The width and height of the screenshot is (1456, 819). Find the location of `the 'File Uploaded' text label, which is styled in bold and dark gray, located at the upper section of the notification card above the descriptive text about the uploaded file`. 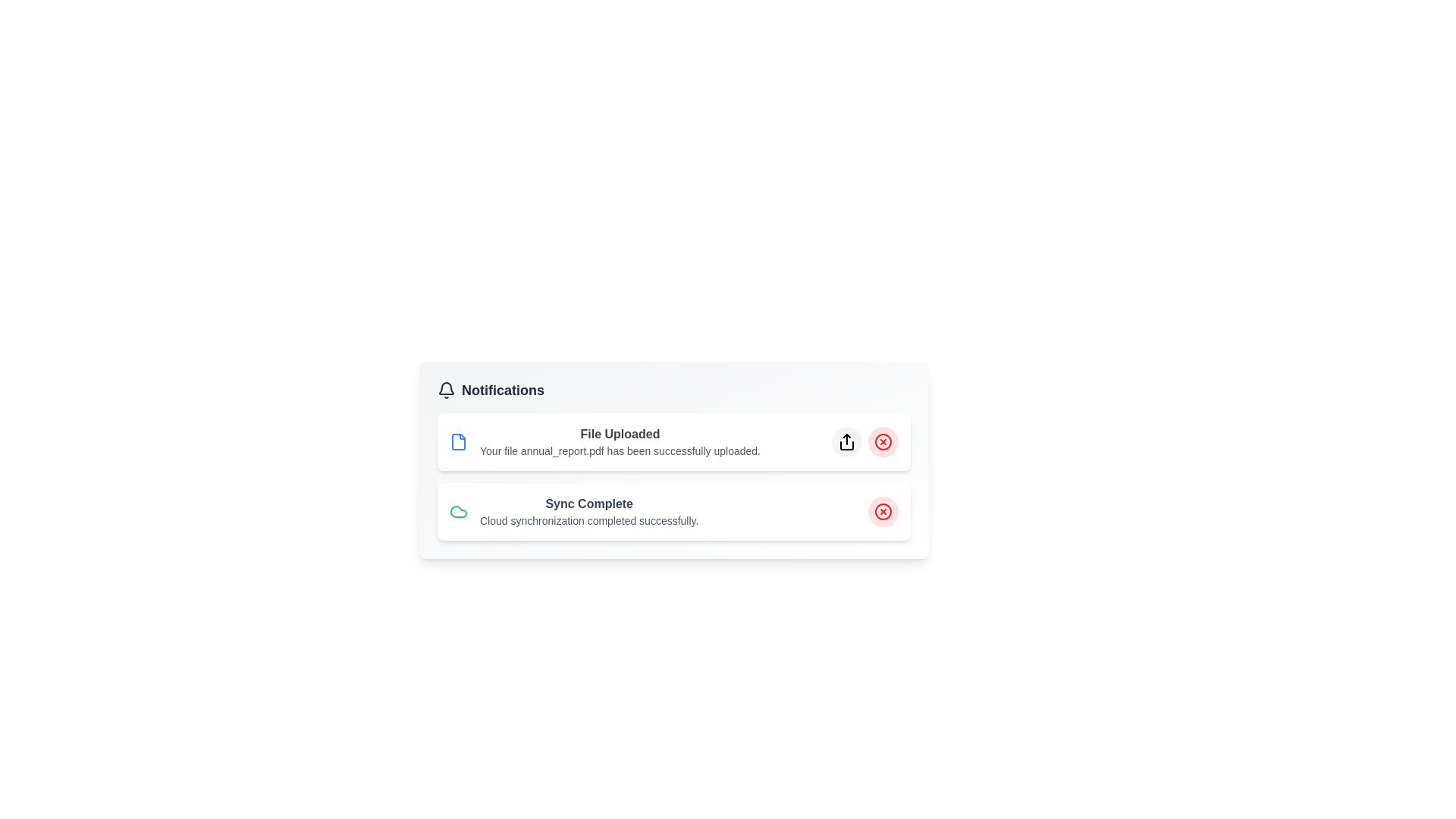

the 'File Uploaded' text label, which is styled in bold and dark gray, located at the upper section of the notification card above the descriptive text about the uploaded file is located at coordinates (620, 435).